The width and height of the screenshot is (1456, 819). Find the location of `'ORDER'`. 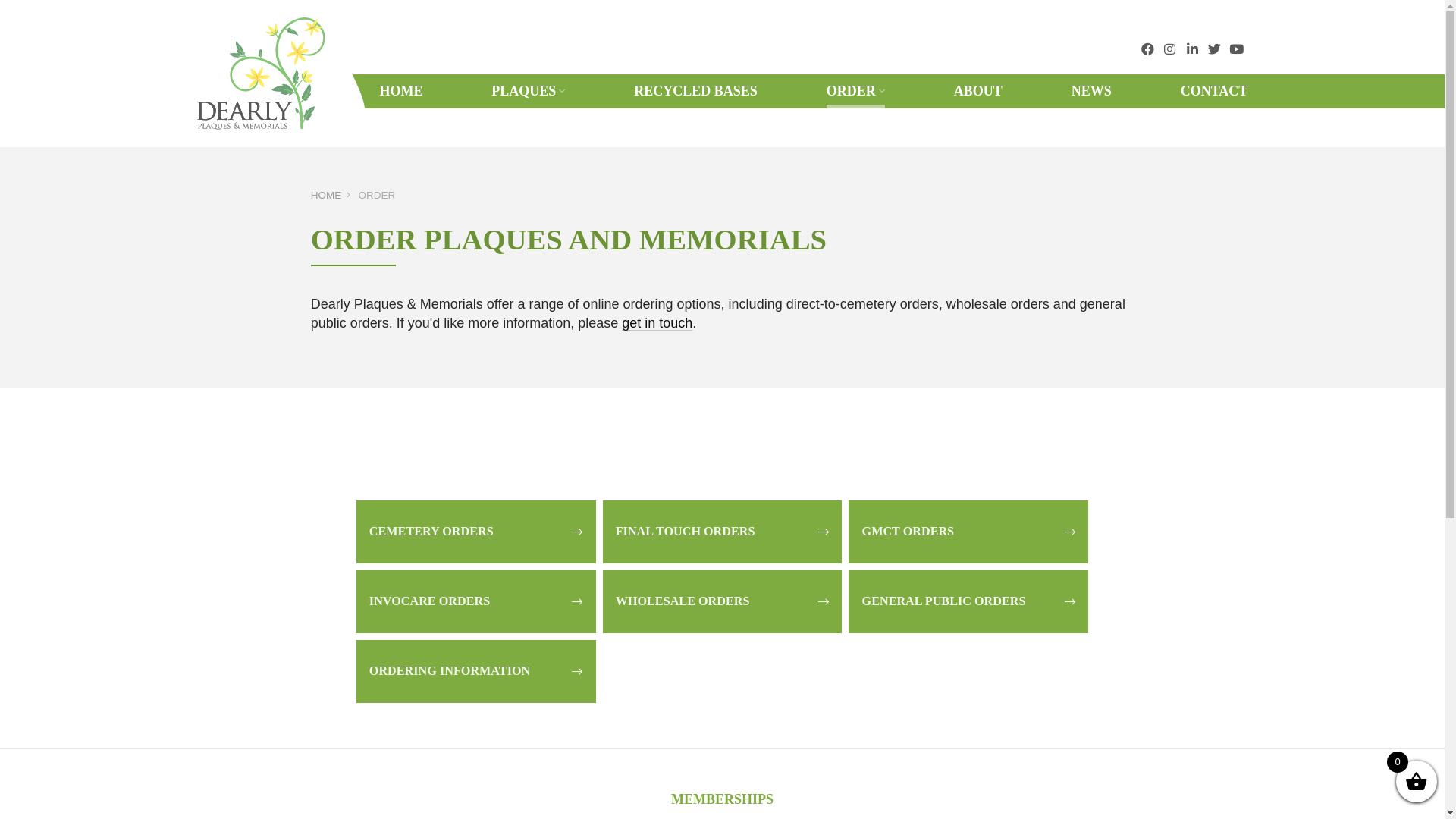

'ORDER' is located at coordinates (855, 91).